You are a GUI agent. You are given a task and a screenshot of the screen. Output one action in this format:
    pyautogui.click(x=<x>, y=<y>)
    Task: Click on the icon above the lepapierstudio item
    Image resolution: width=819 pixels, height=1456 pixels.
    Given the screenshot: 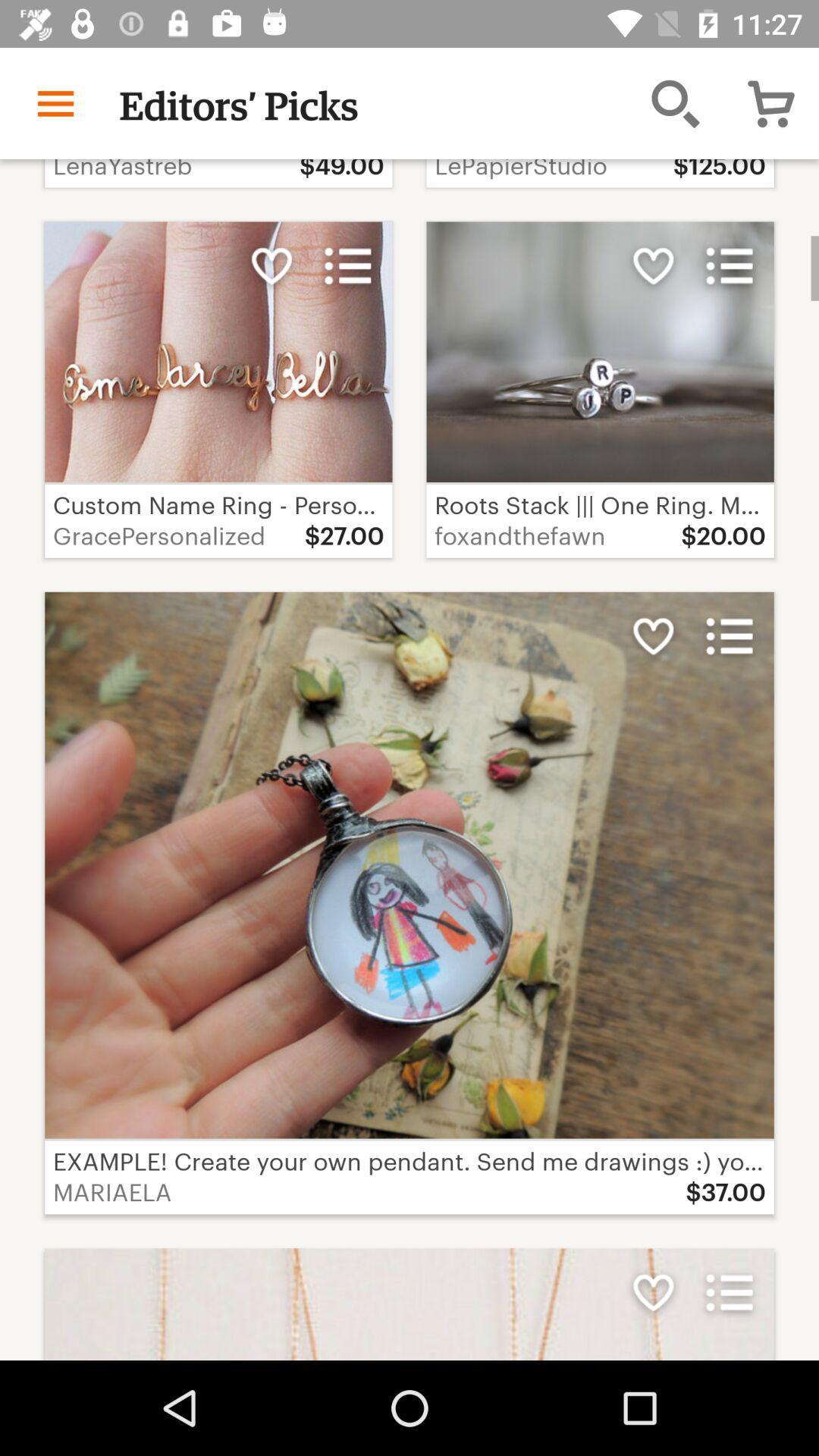 What is the action you would take?
    pyautogui.click(x=675, y=102)
    